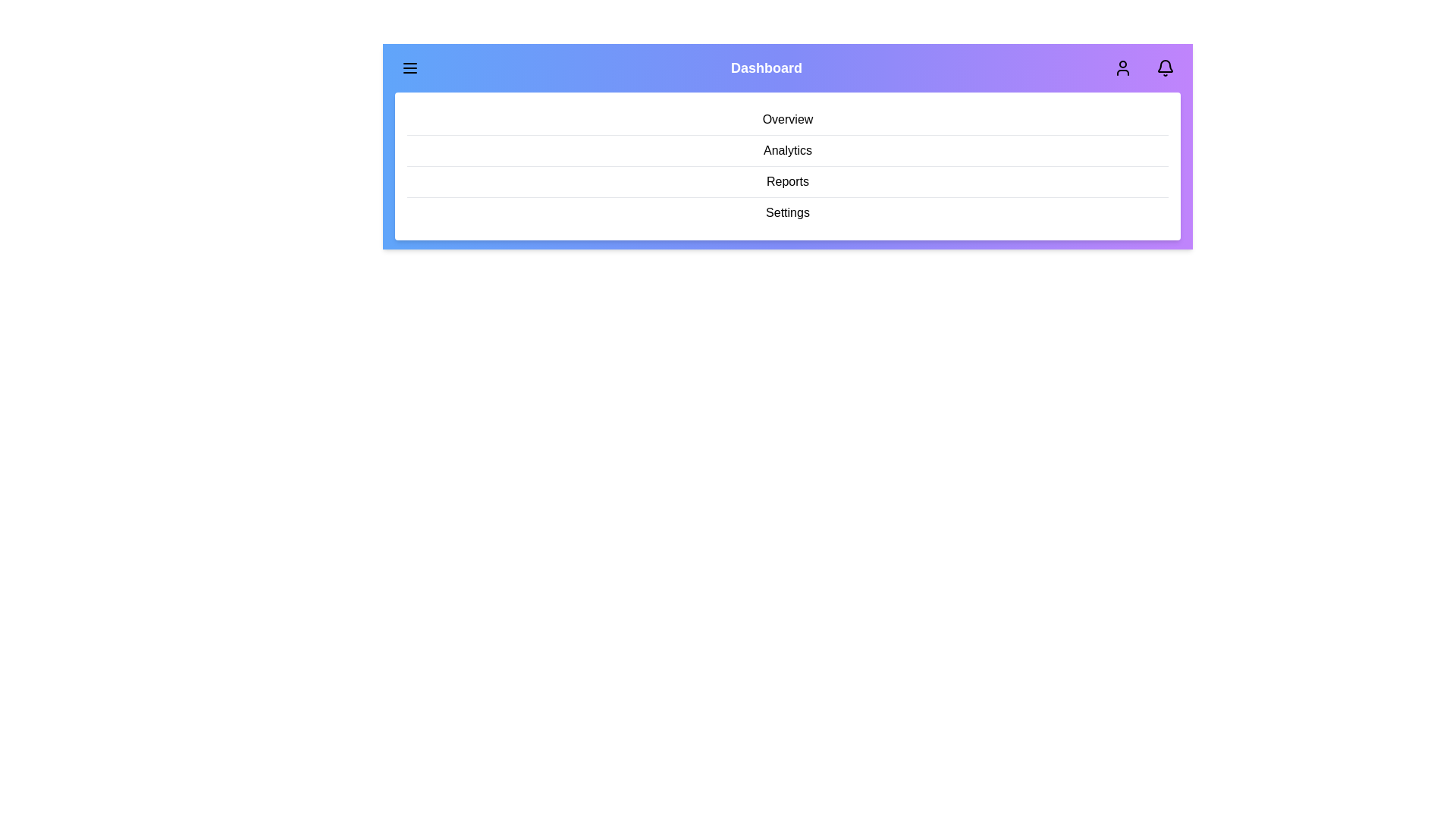 The height and width of the screenshot is (819, 1456). What do you see at coordinates (787, 181) in the screenshot?
I see `the menu item Reports from the menu` at bounding box center [787, 181].